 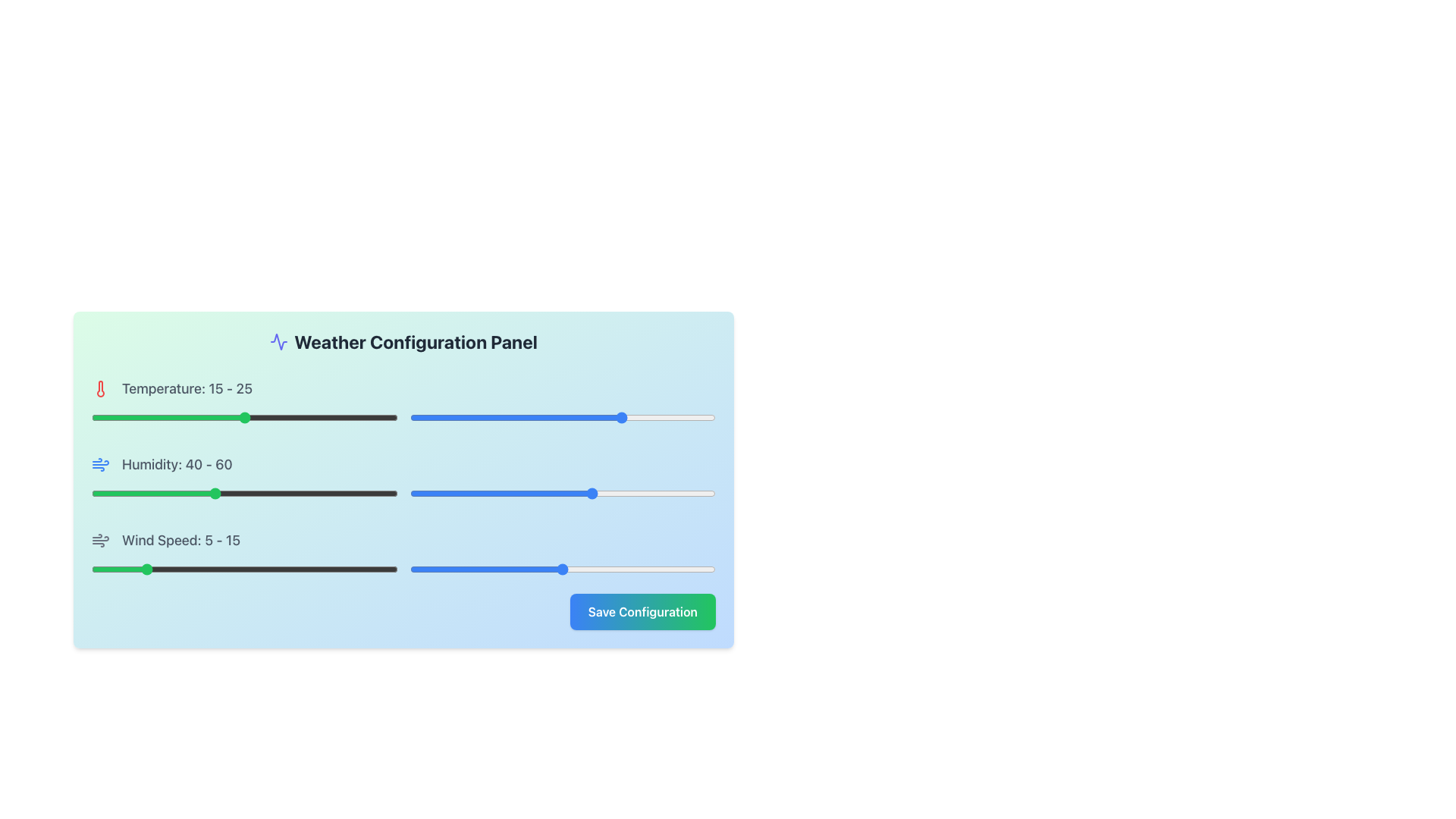 I want to click on the temperature range sliders in the weather configuration setting component to adjust the temperature values, so click(x=403, y=400).